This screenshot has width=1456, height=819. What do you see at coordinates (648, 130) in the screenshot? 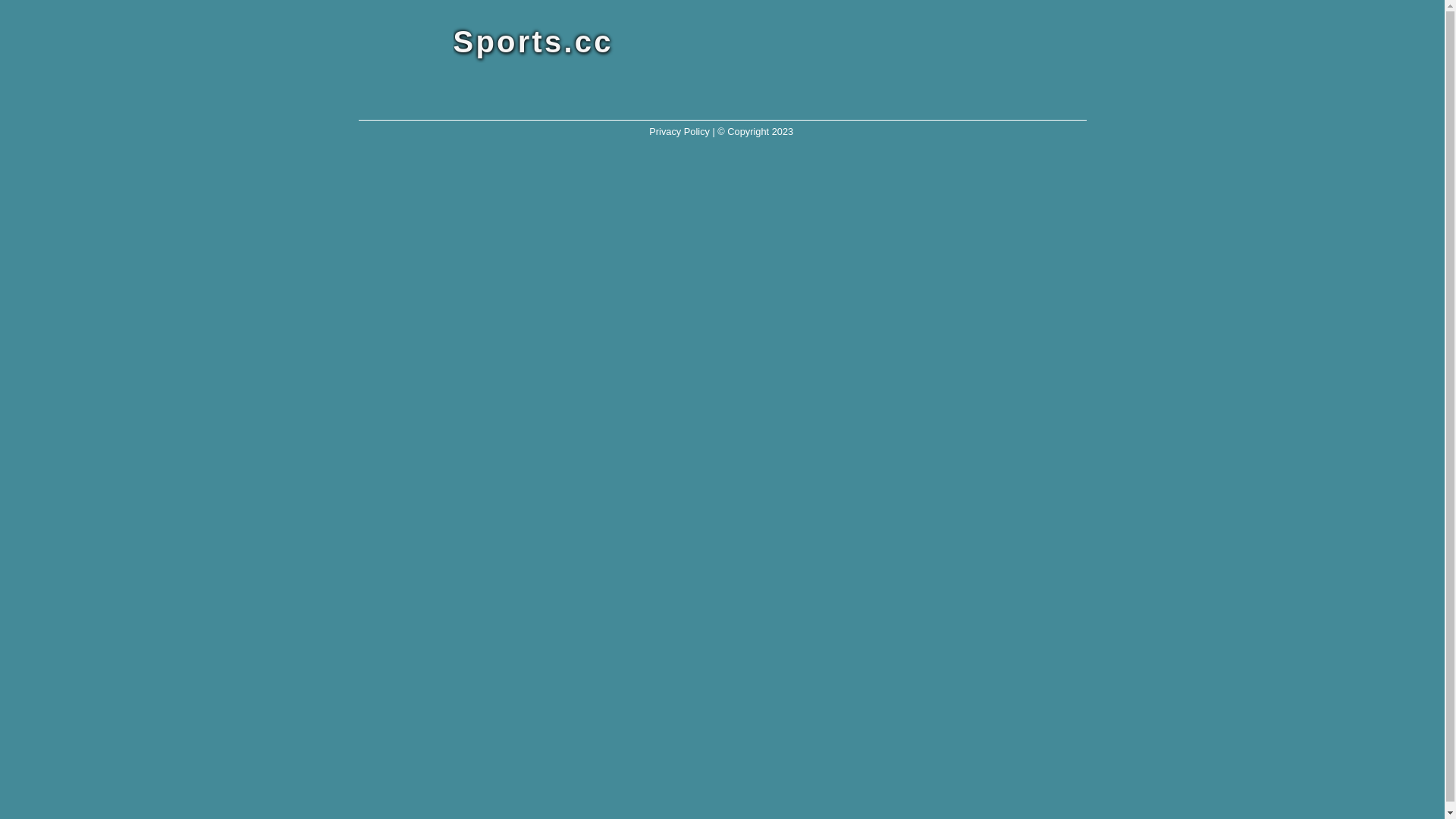
I see `'Privacy Policy'` at bounding box center [648, 130].